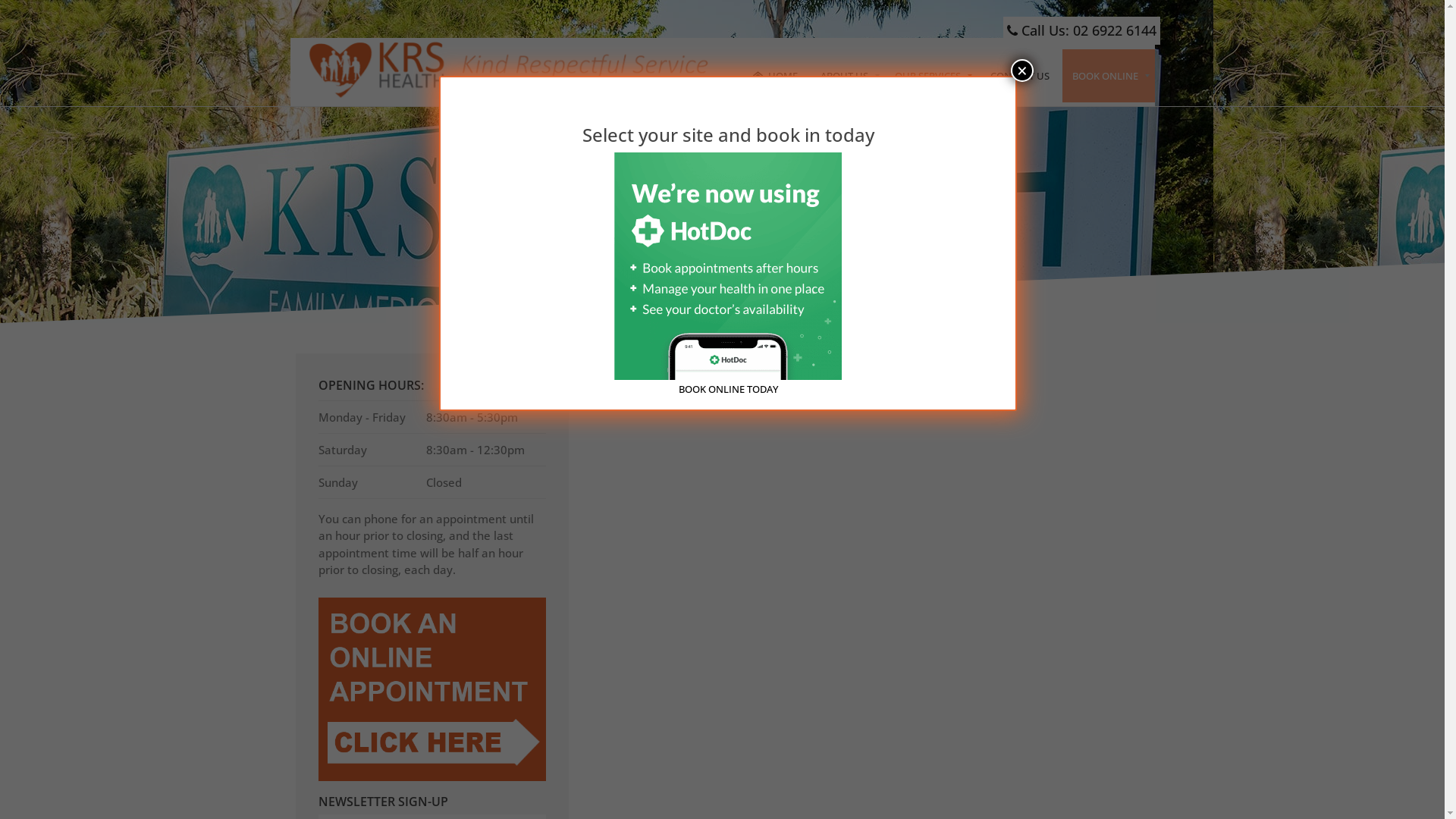 This screenshot has width=1456, height=819. Describe the element at coordinates (1019, 76) in the screenshot. I see `'CONTACT US'` at that location.